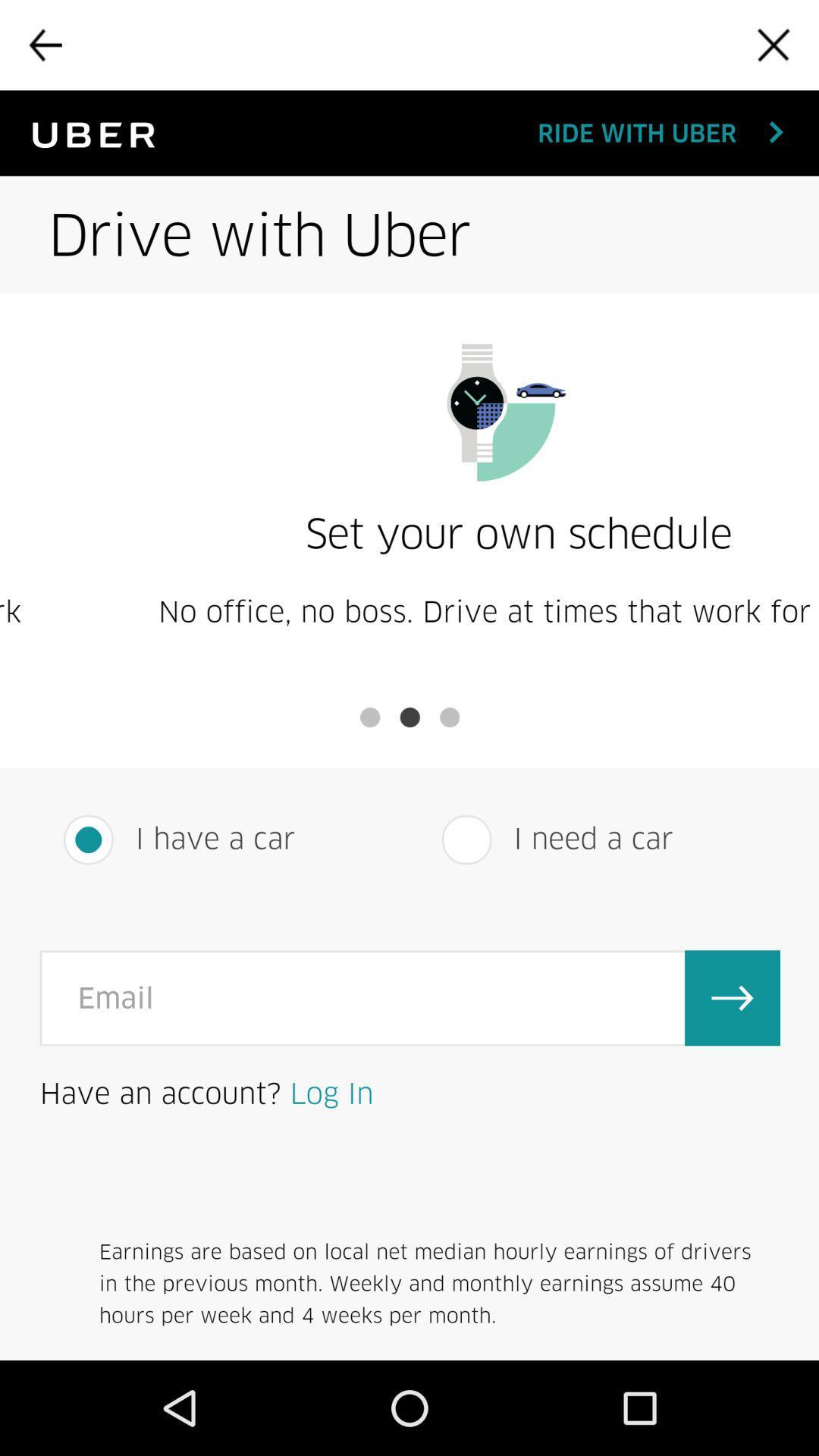  What do you see at coordinates (44, 45) in the screenshot?
I see `go back` at bounding box center [44, 45].